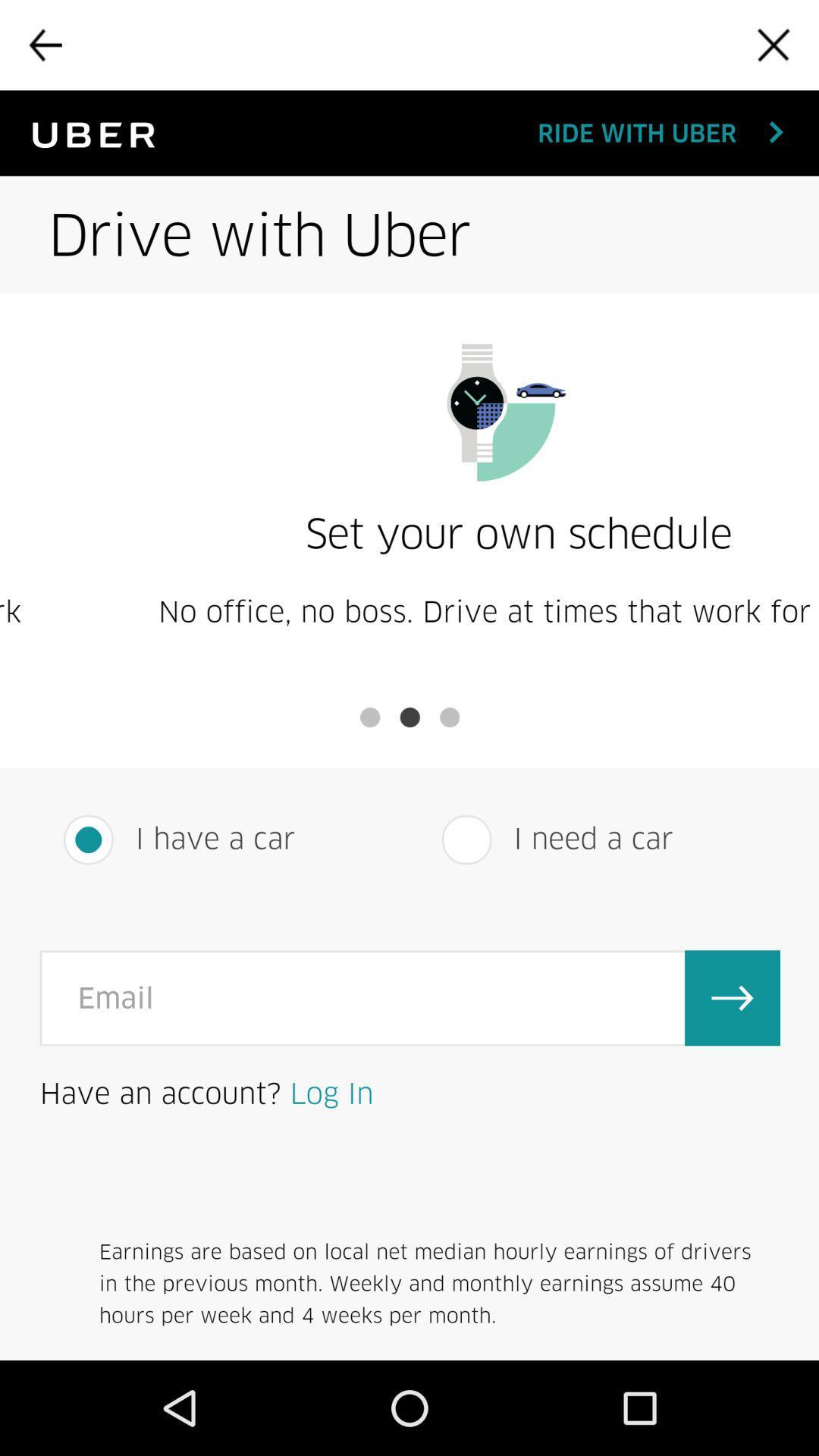  What do you see at coordinates (44, 45) in the screenshot?
I see `go back` at bounding box center [44, 45].